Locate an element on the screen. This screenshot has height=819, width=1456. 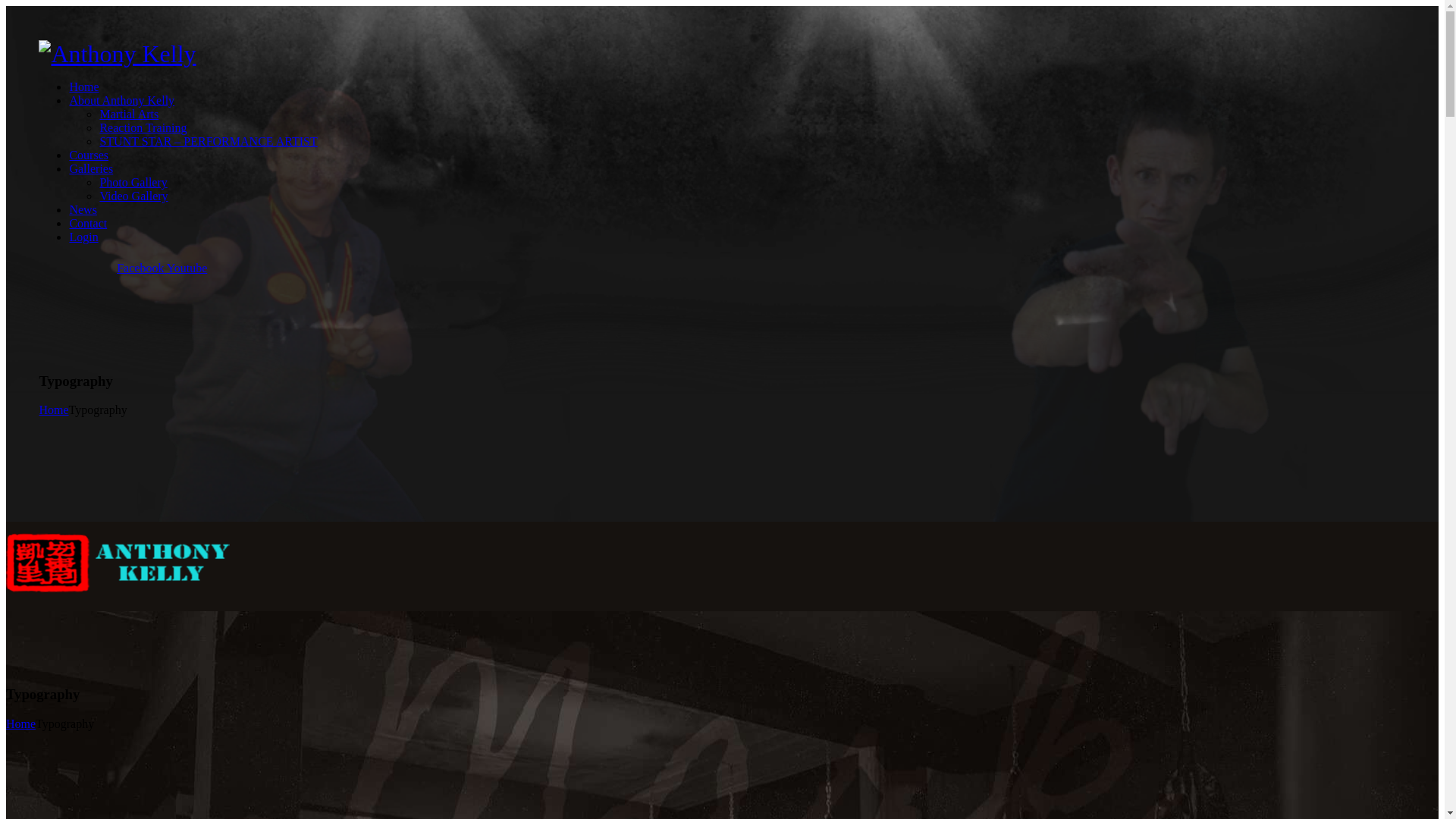
'Photo Gallery' is located at coordinates (133, 181).